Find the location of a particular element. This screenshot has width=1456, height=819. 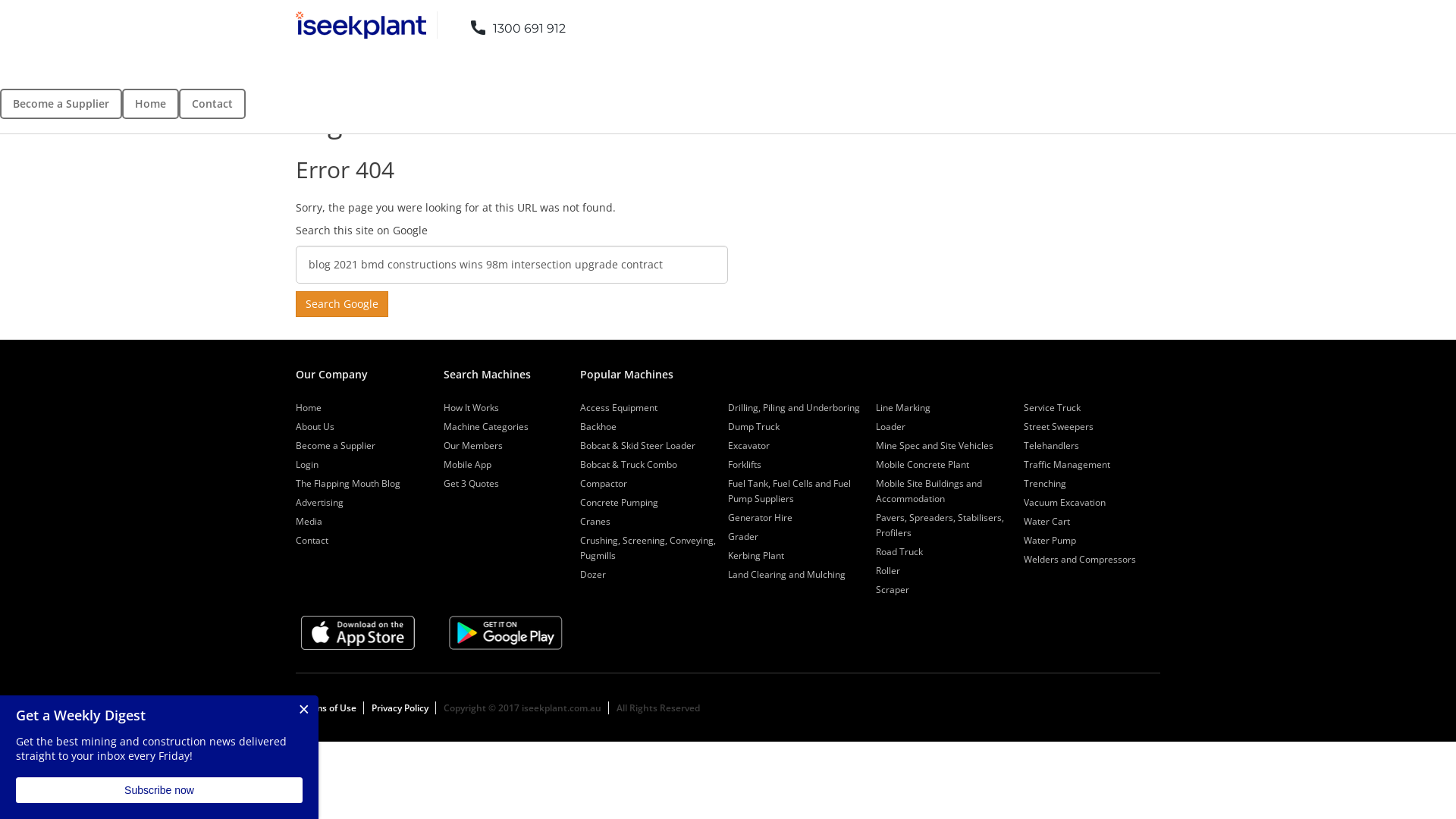

'Bobcat & Skid Steer Loader' is located at coordinates (637, 444).